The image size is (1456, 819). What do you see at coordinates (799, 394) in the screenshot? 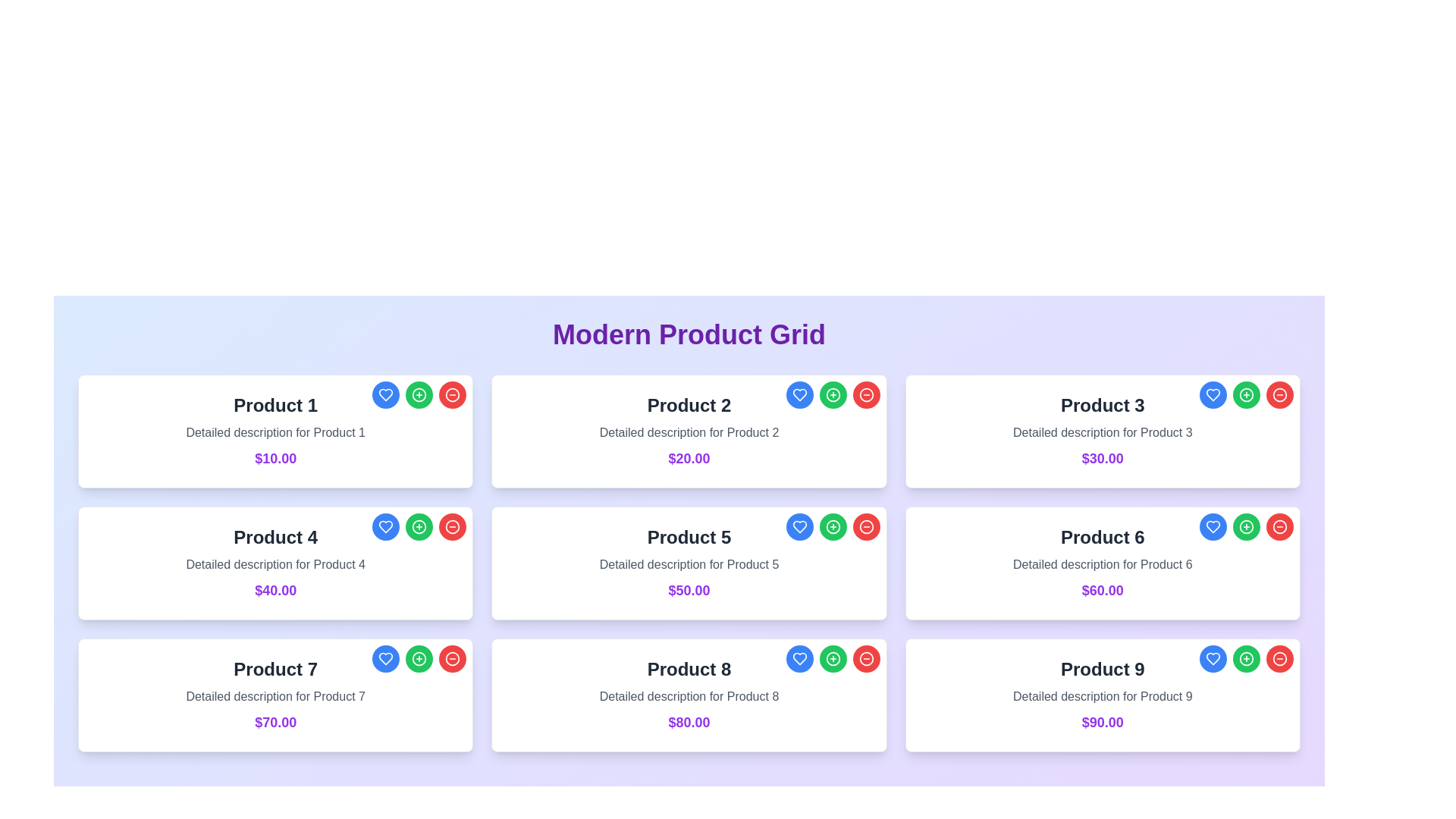
I see `the leftmost circular button in the group of three at the top-right corner of the 'Product 2' card to like or favorite the item` at bounding box center [799, 394].